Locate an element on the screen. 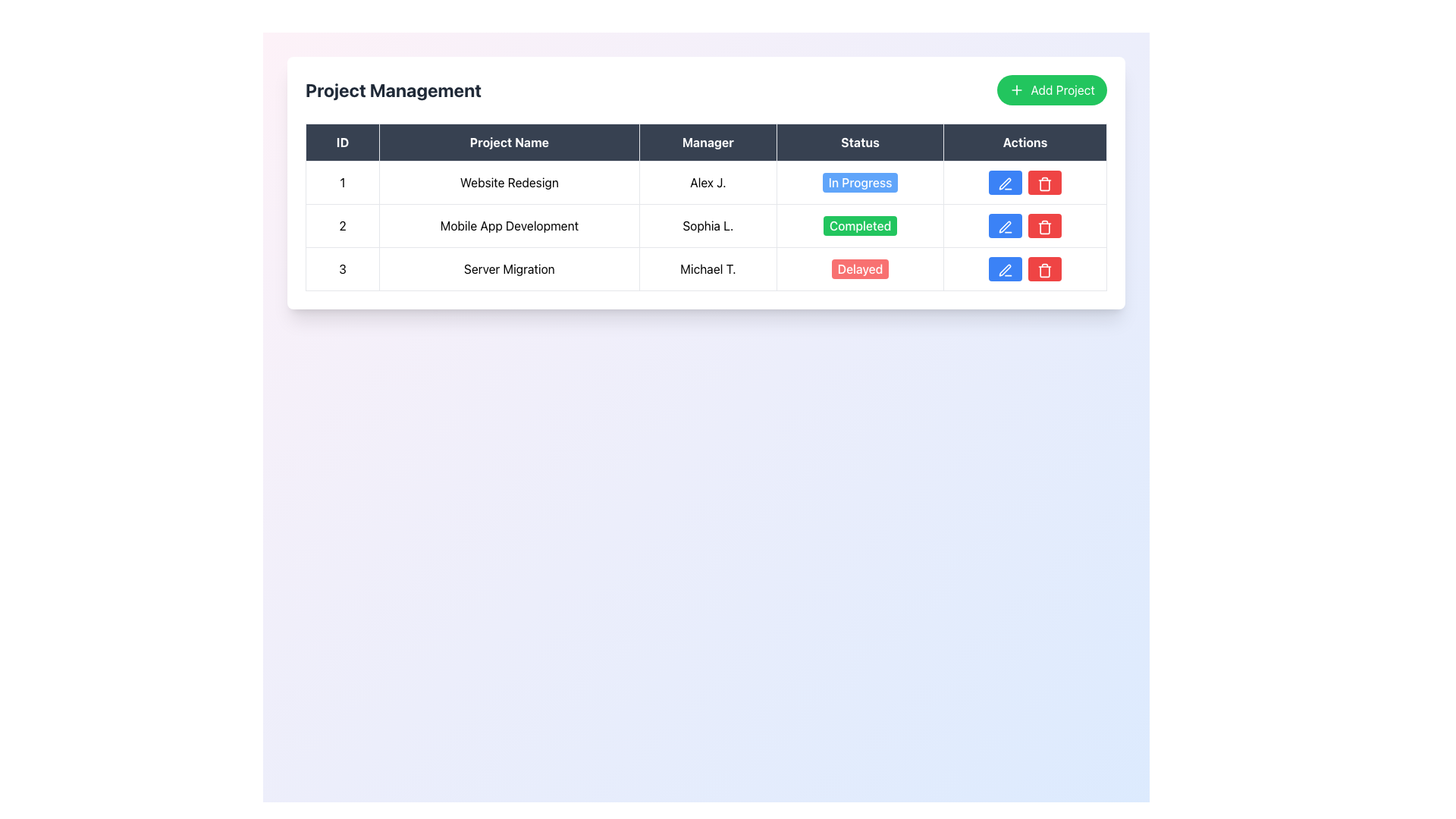  the text label in the second row and first column of the table, which represents an identifier or serial number for the corresponding row is located at coordinates (341, 225).